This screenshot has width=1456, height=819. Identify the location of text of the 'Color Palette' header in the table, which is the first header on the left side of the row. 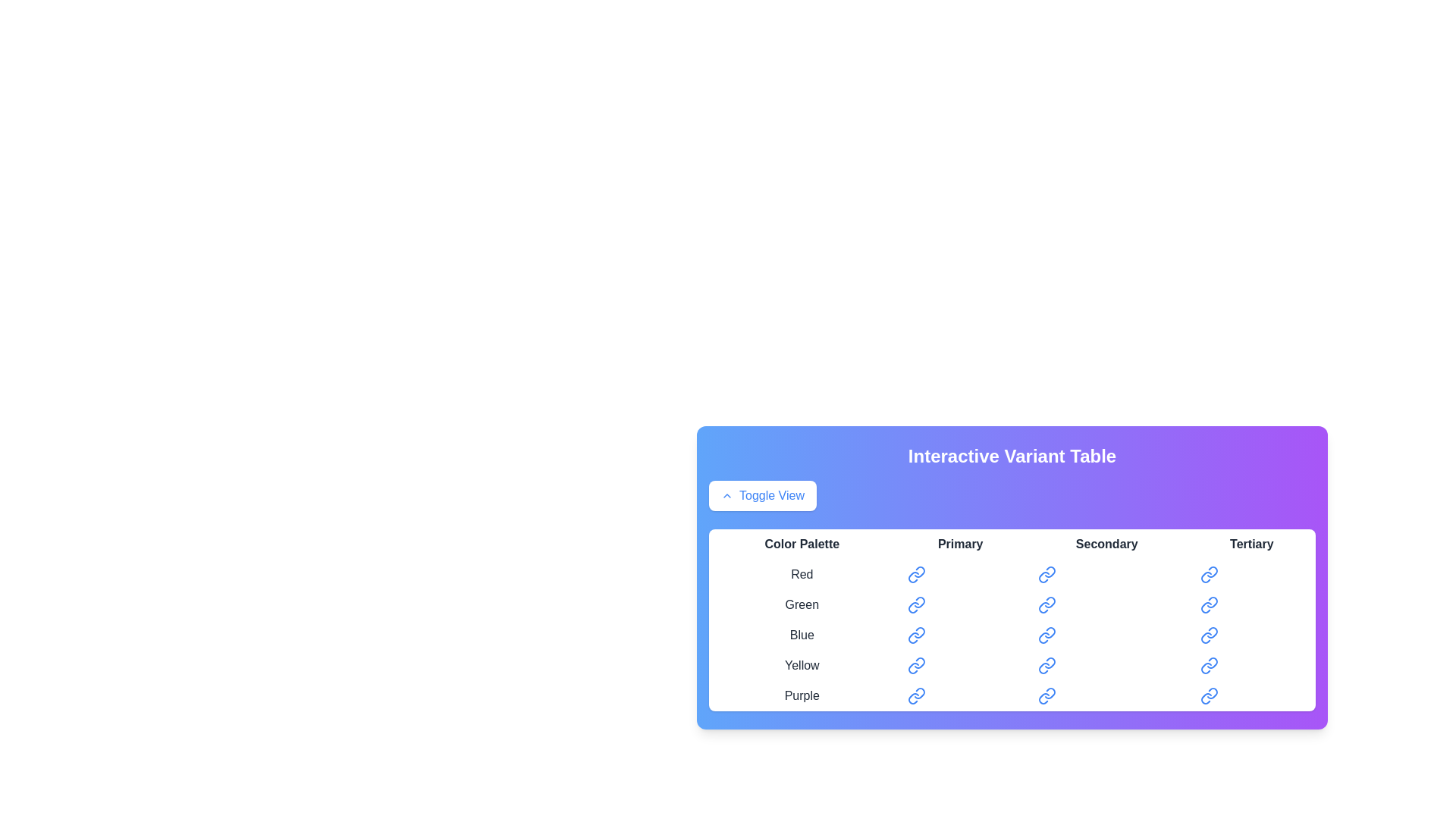
(801, 543).